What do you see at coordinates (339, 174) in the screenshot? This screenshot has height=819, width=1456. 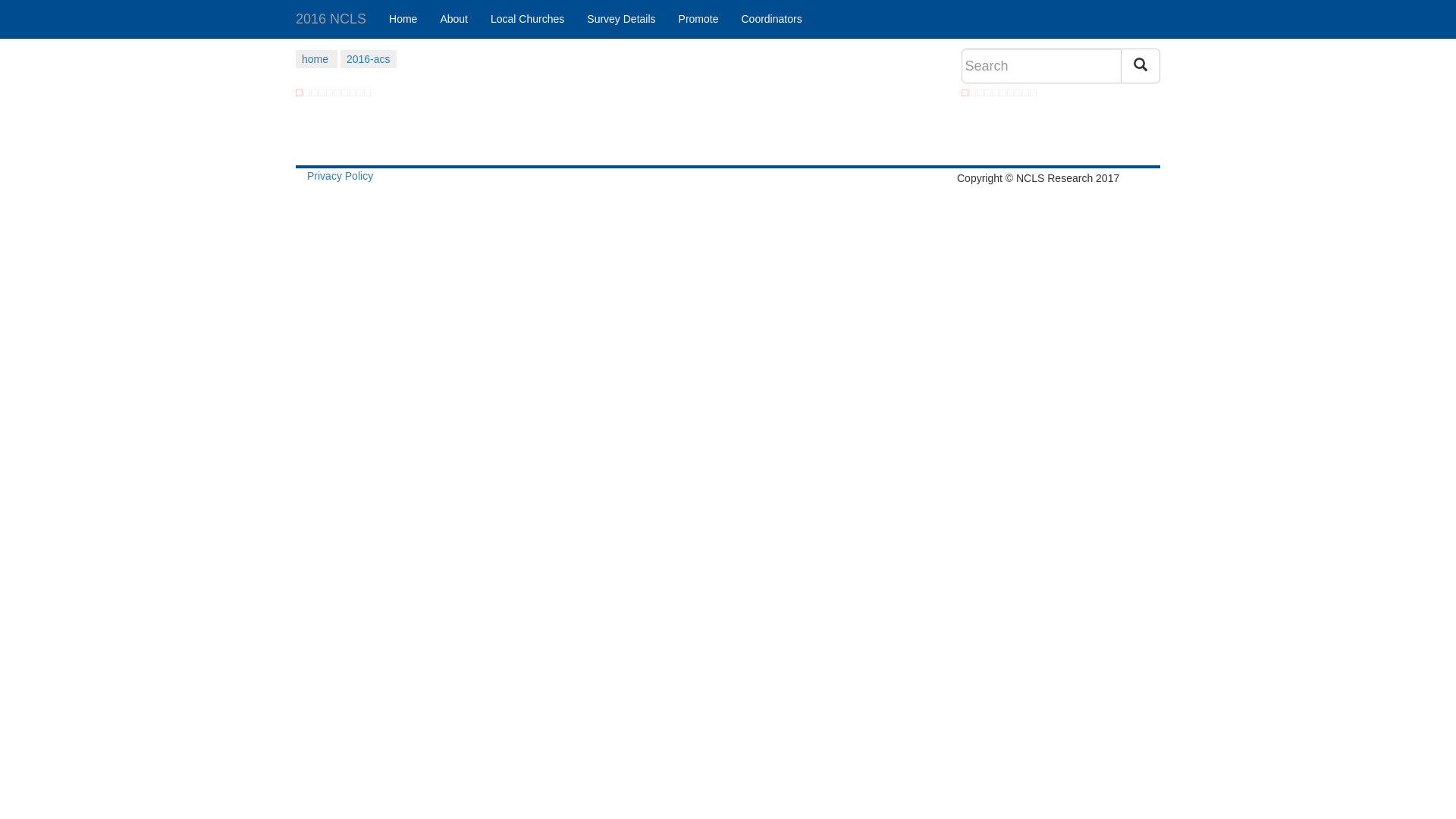 I see `'Privacy Policy'` at bounding box center [339, 174].